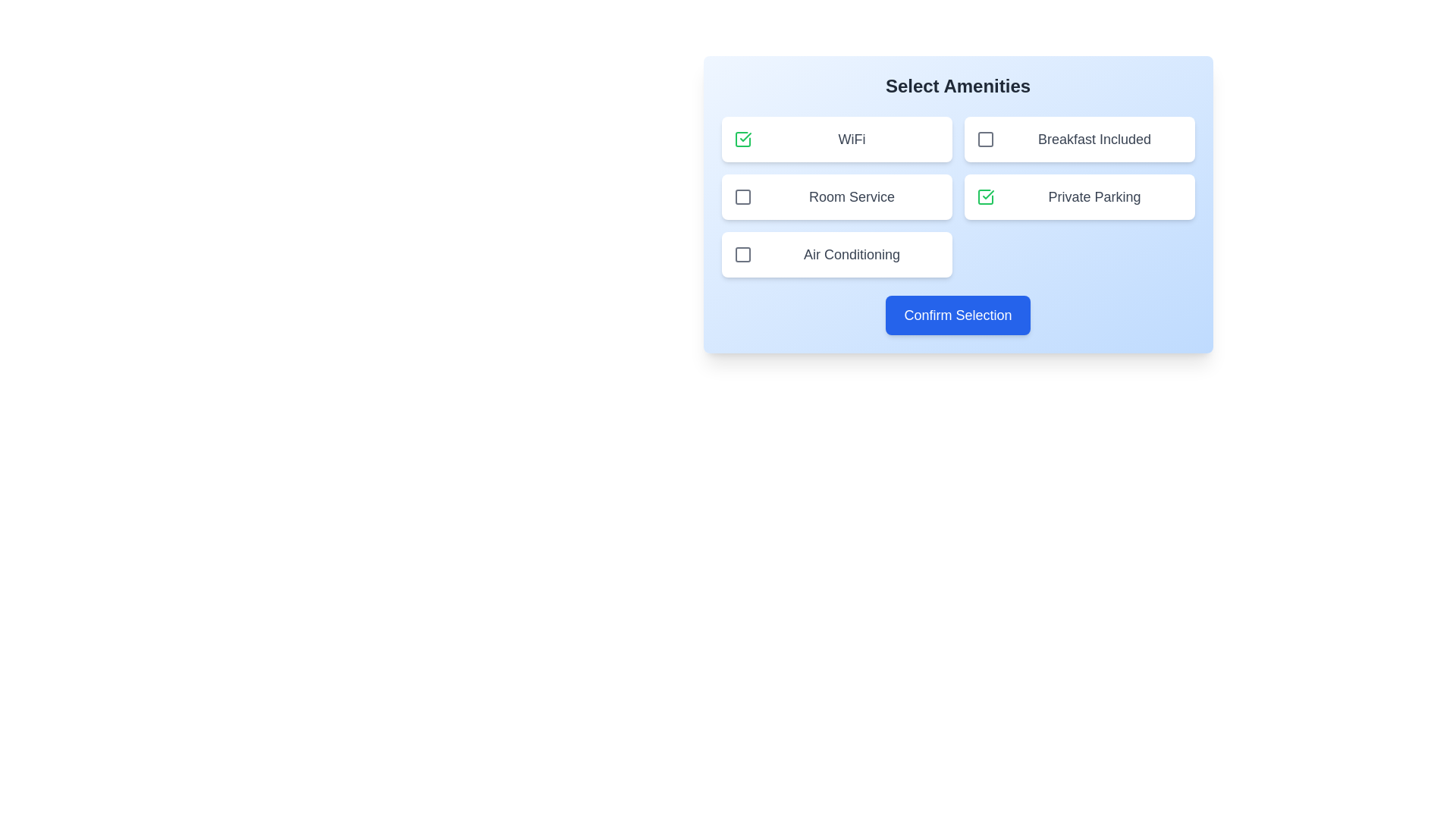 The width and height of the screenshot is (1456, 819). What do you see at coordinates (957, 315) in the screenshot?
I see `the rectangular blue button labeled 'Confirm Selection'` at bounding box center [957, 315].